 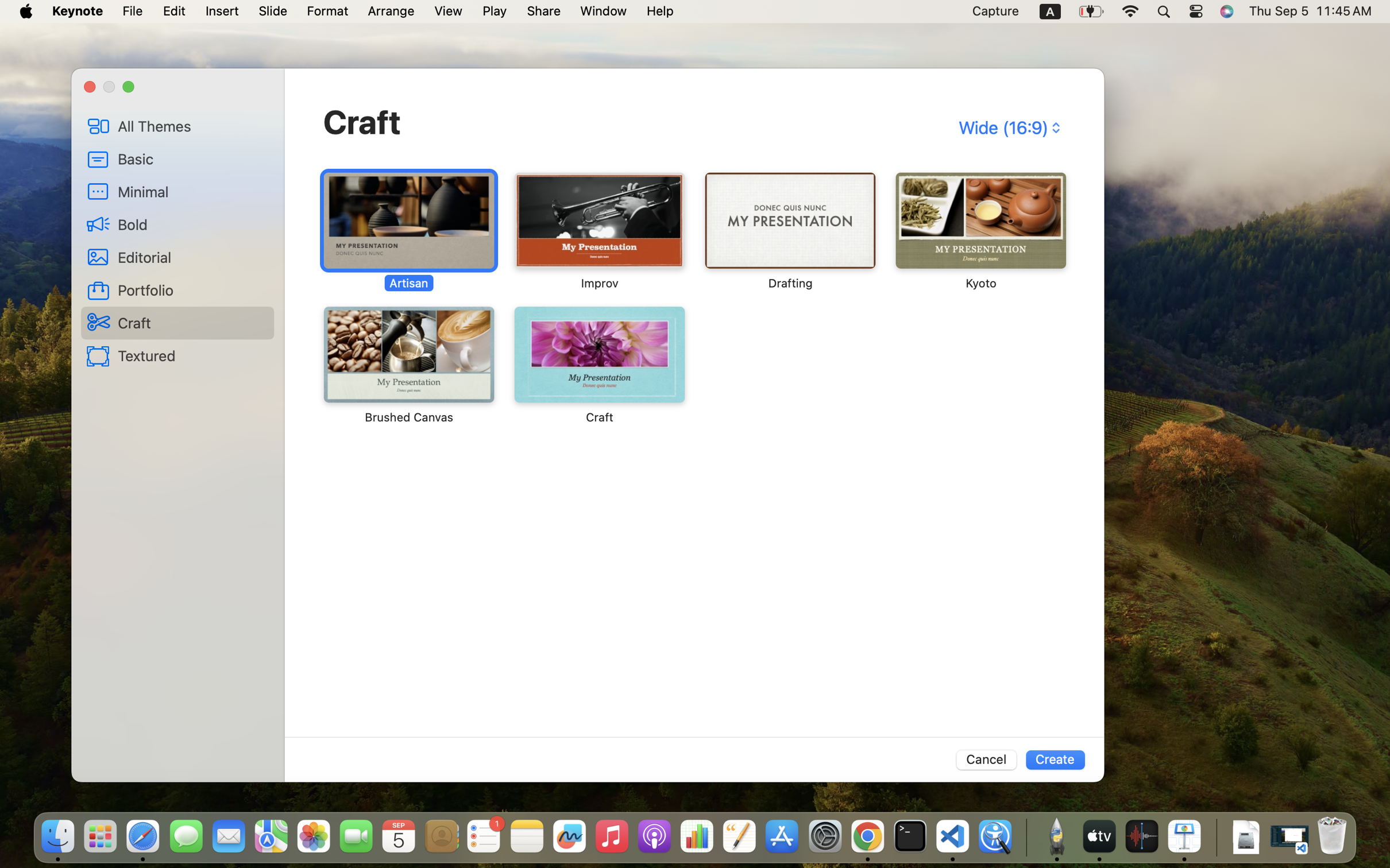 What do you see at coordinates (192, 158) in the screenshot?
I see `'Basic'` at bounding box center [192, 158].